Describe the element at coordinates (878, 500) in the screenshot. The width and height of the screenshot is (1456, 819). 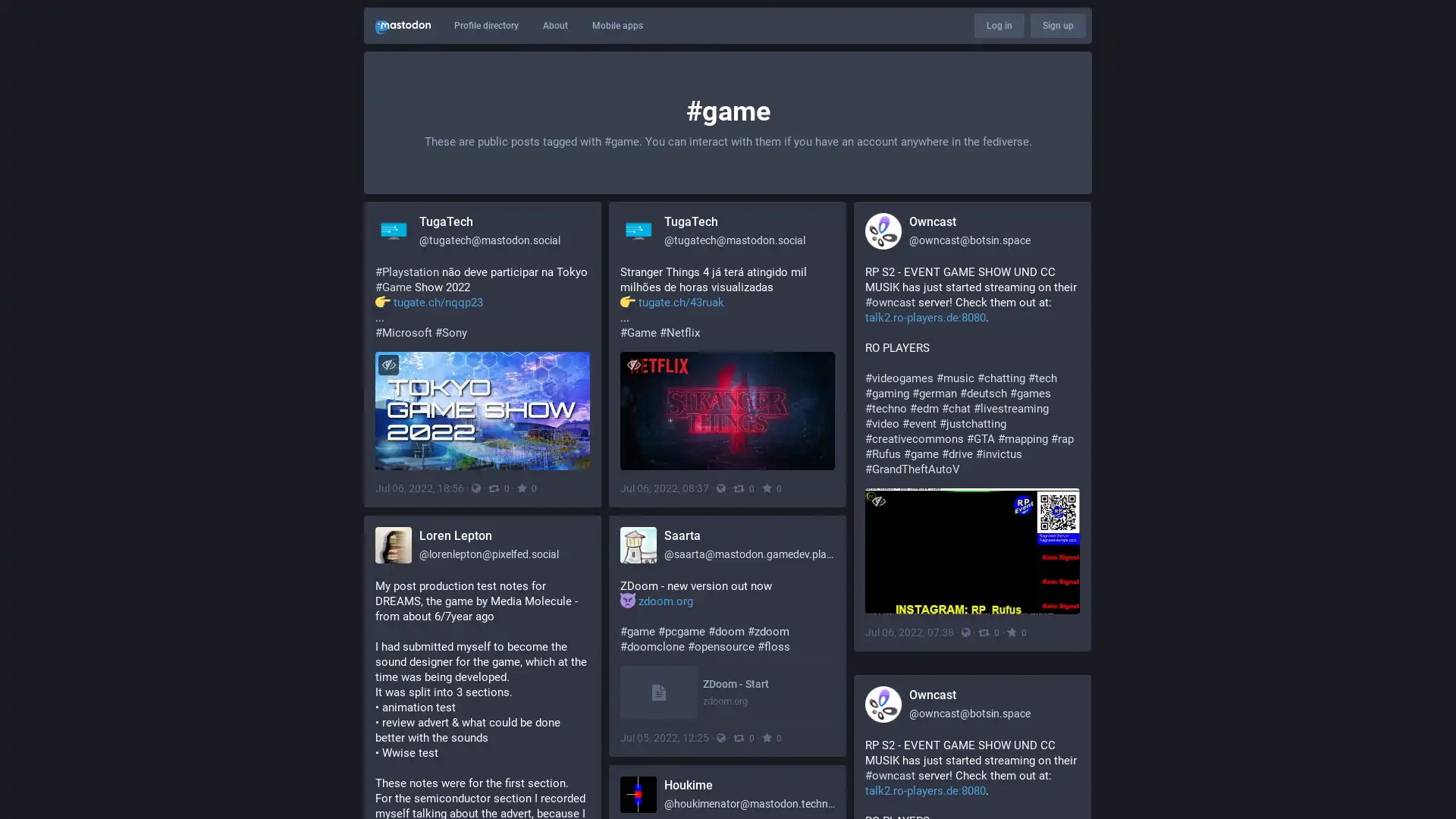
I see `Hide image` at that location.